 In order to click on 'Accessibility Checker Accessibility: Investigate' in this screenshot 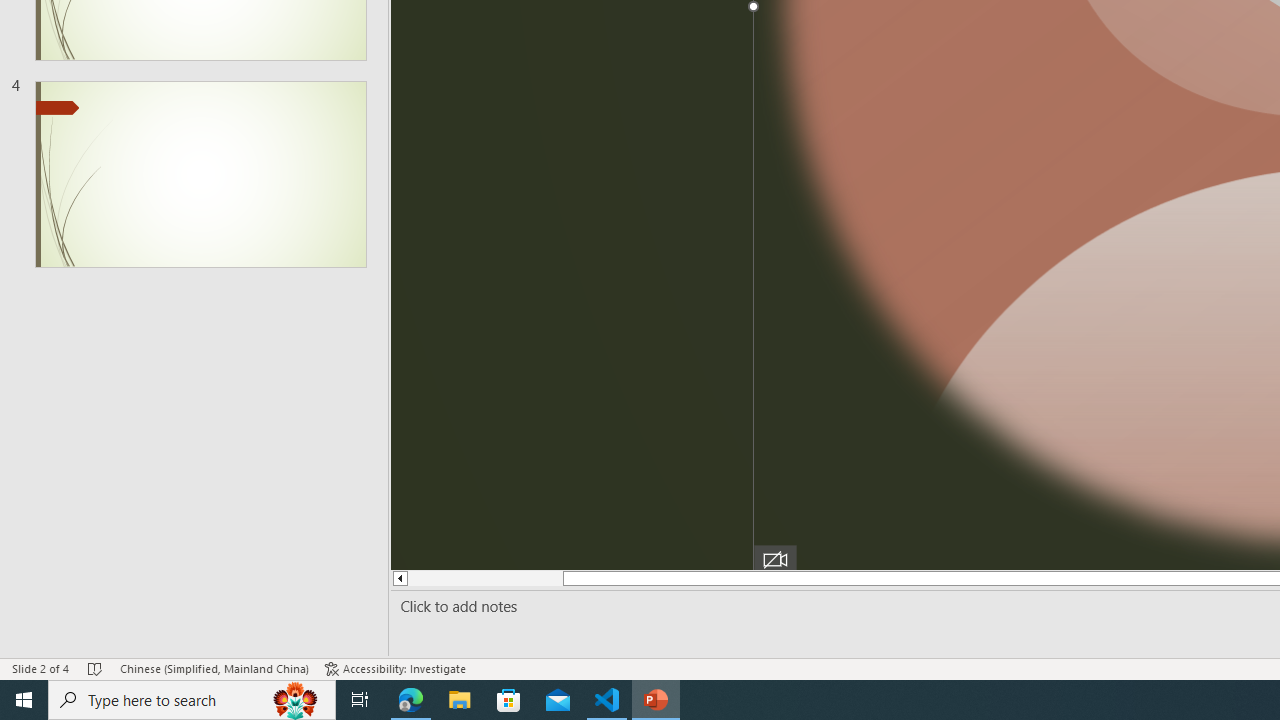, I will do `click(395, 669)`.